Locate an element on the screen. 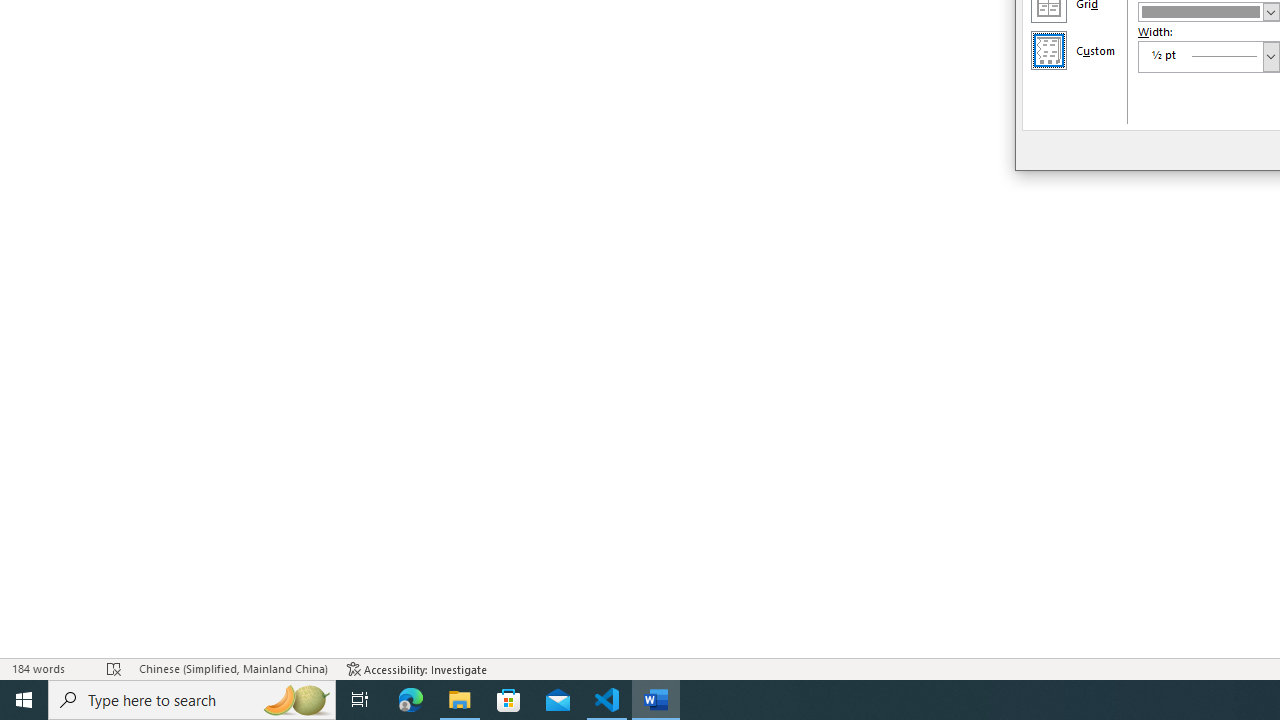  'Microsoft Store' is located at coordinates (509, 698).